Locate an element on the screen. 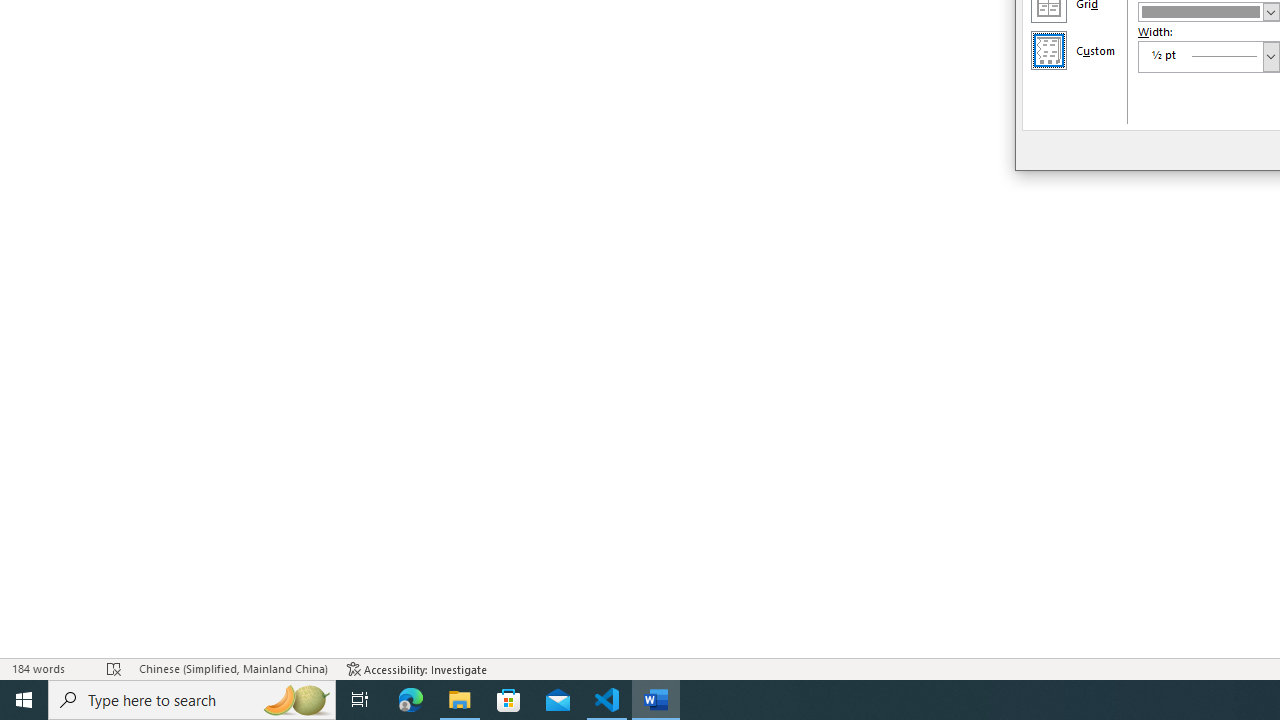  'Microsoft Store' is located at coordinates (509, 698).